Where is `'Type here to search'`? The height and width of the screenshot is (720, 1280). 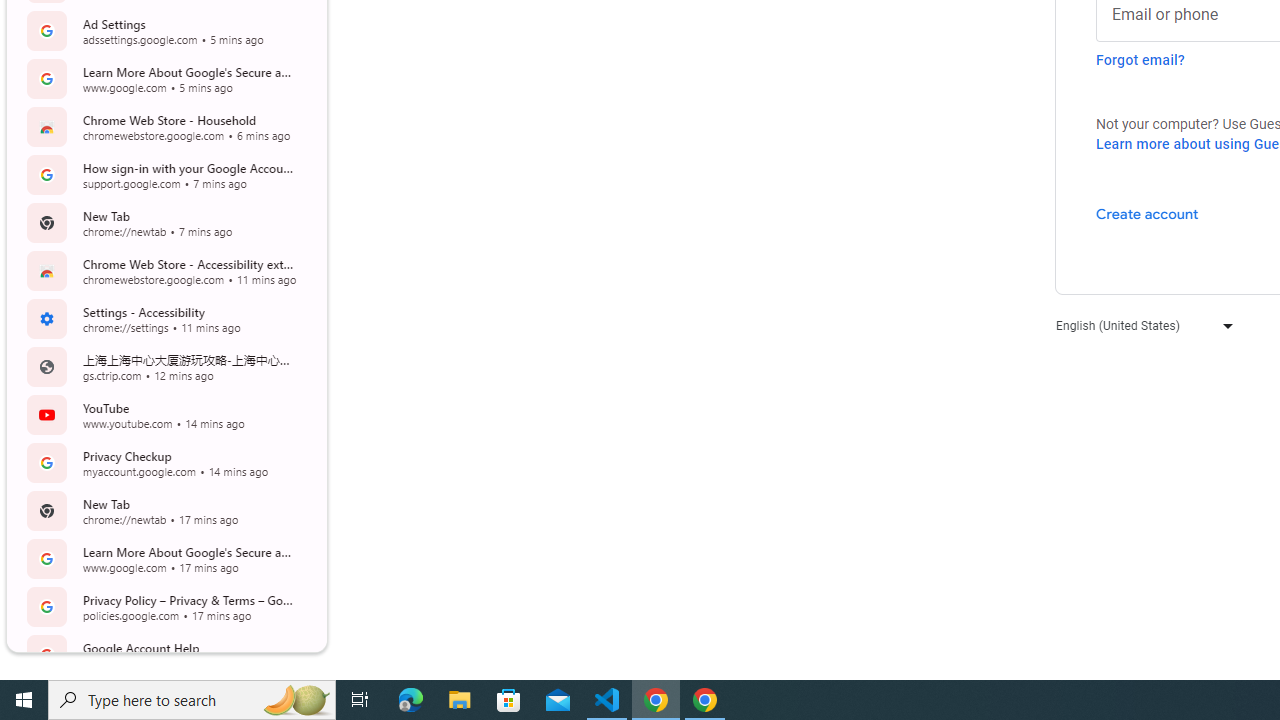
'Type here to search' is located at coordinates (192, 698).